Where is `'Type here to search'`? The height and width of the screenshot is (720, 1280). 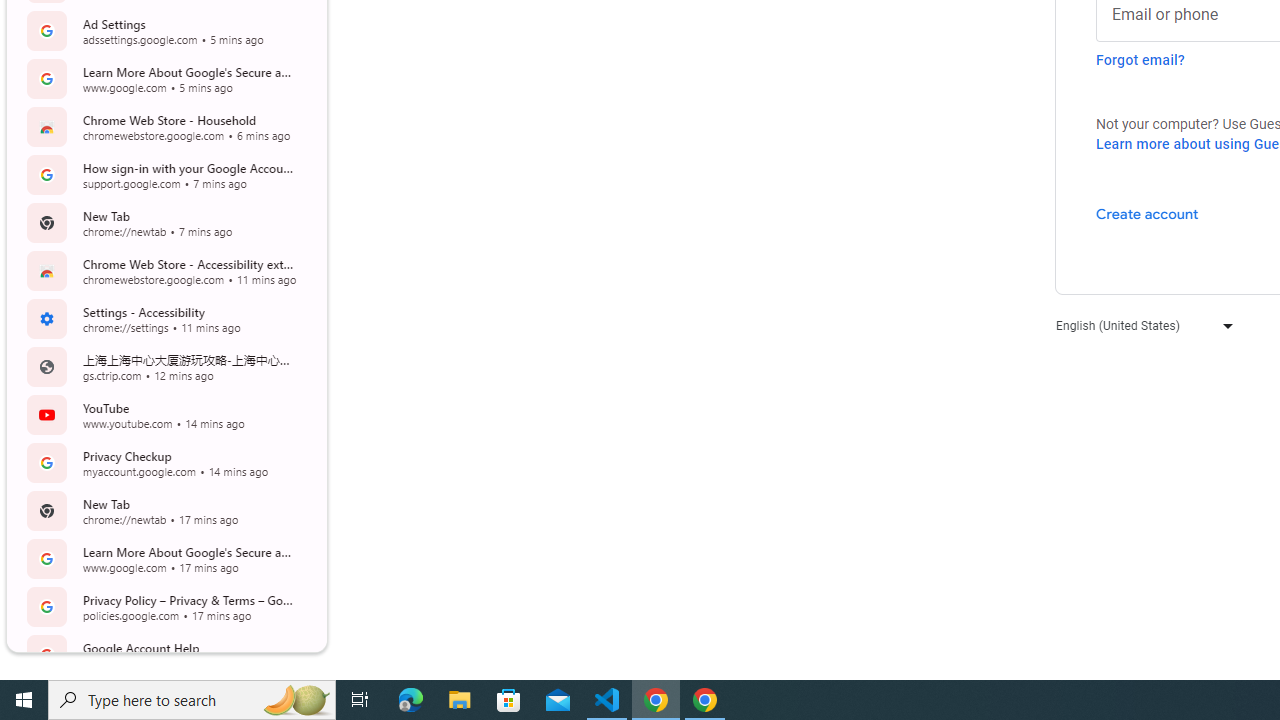
'Type here to search' is located at coordinates (192, 698).